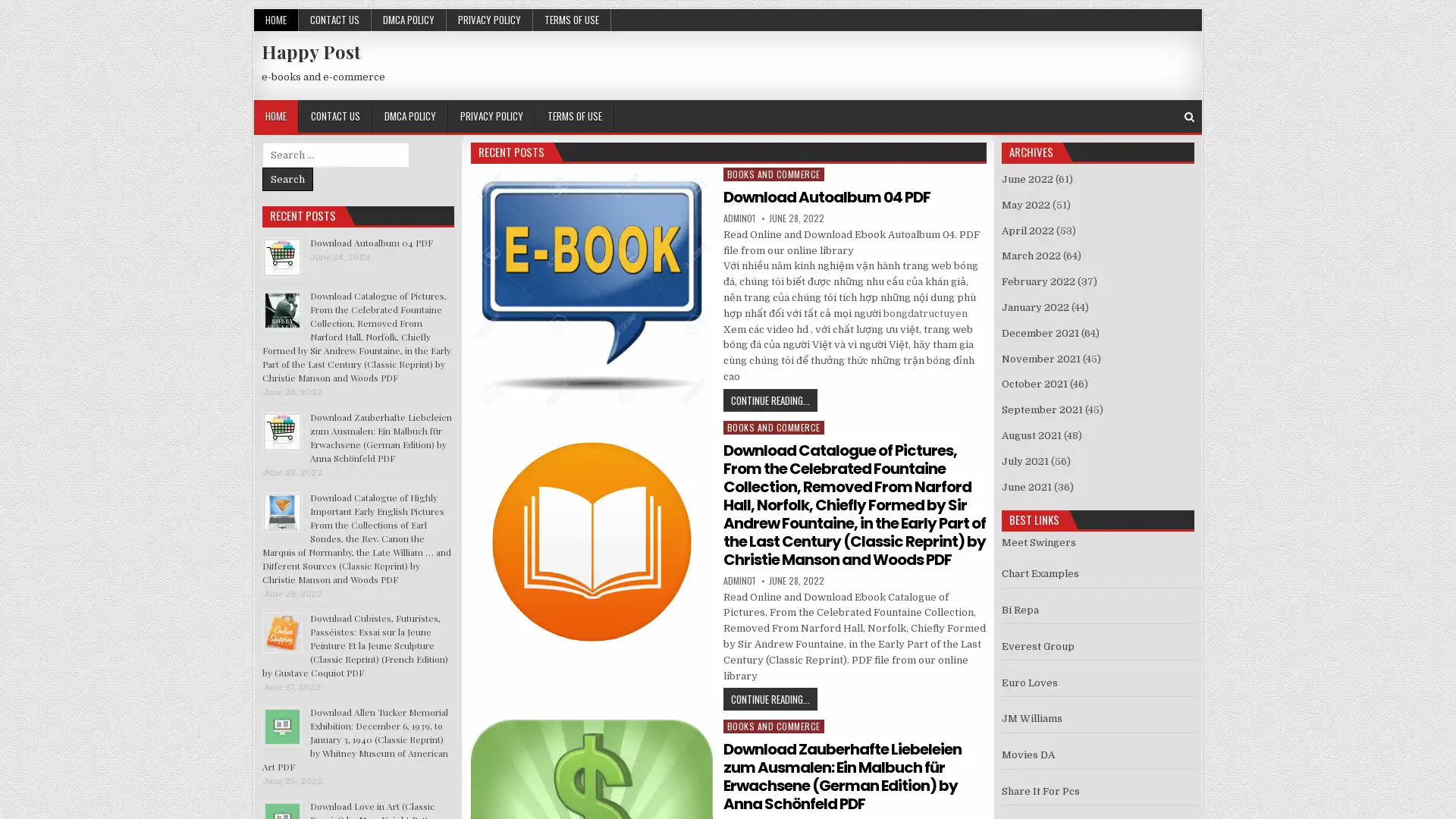 Image resolution: width=1456 pixels, height=819 pixels. Describe the element at coordinates (287, 178) in the screenshot. I see `Search` at that location.